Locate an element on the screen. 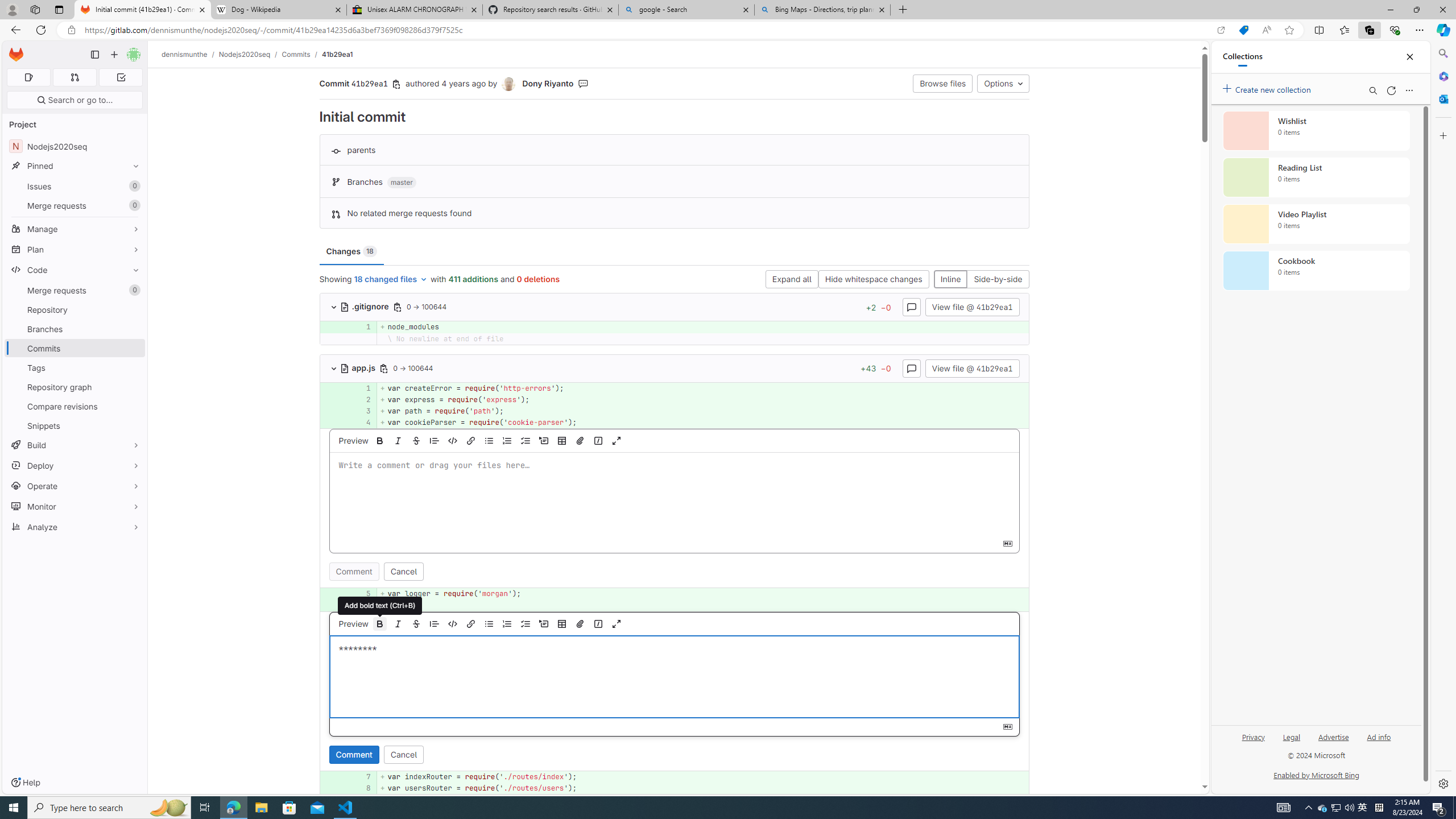 This screenshot has height=819, width=1456. 'Dony Riyanto' is located at coordinates (508, 84).